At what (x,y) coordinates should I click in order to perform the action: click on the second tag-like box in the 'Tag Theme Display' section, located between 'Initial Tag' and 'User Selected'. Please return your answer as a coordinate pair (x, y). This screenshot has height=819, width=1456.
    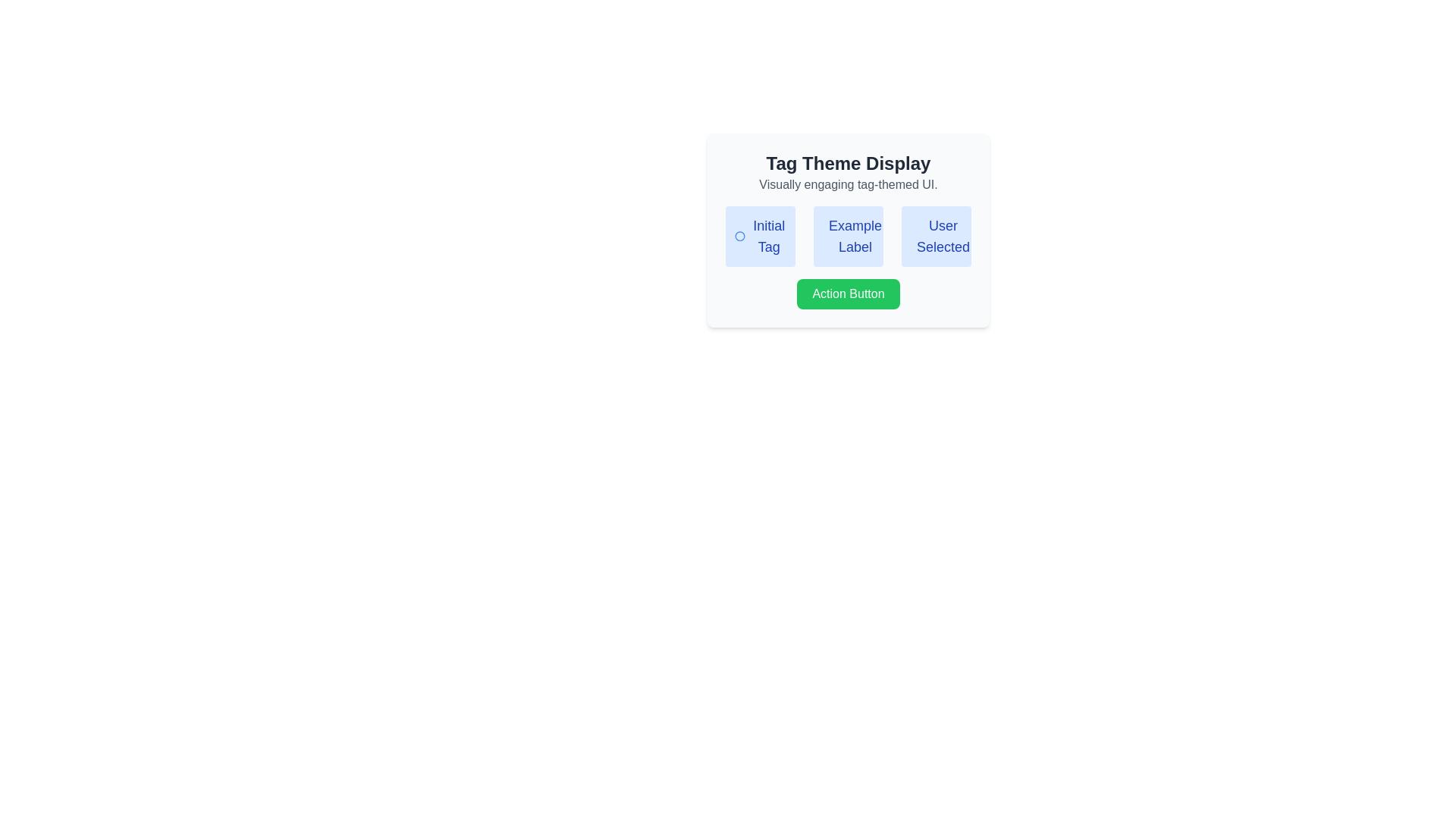
    Looking at the image, I should click on (847, 237).